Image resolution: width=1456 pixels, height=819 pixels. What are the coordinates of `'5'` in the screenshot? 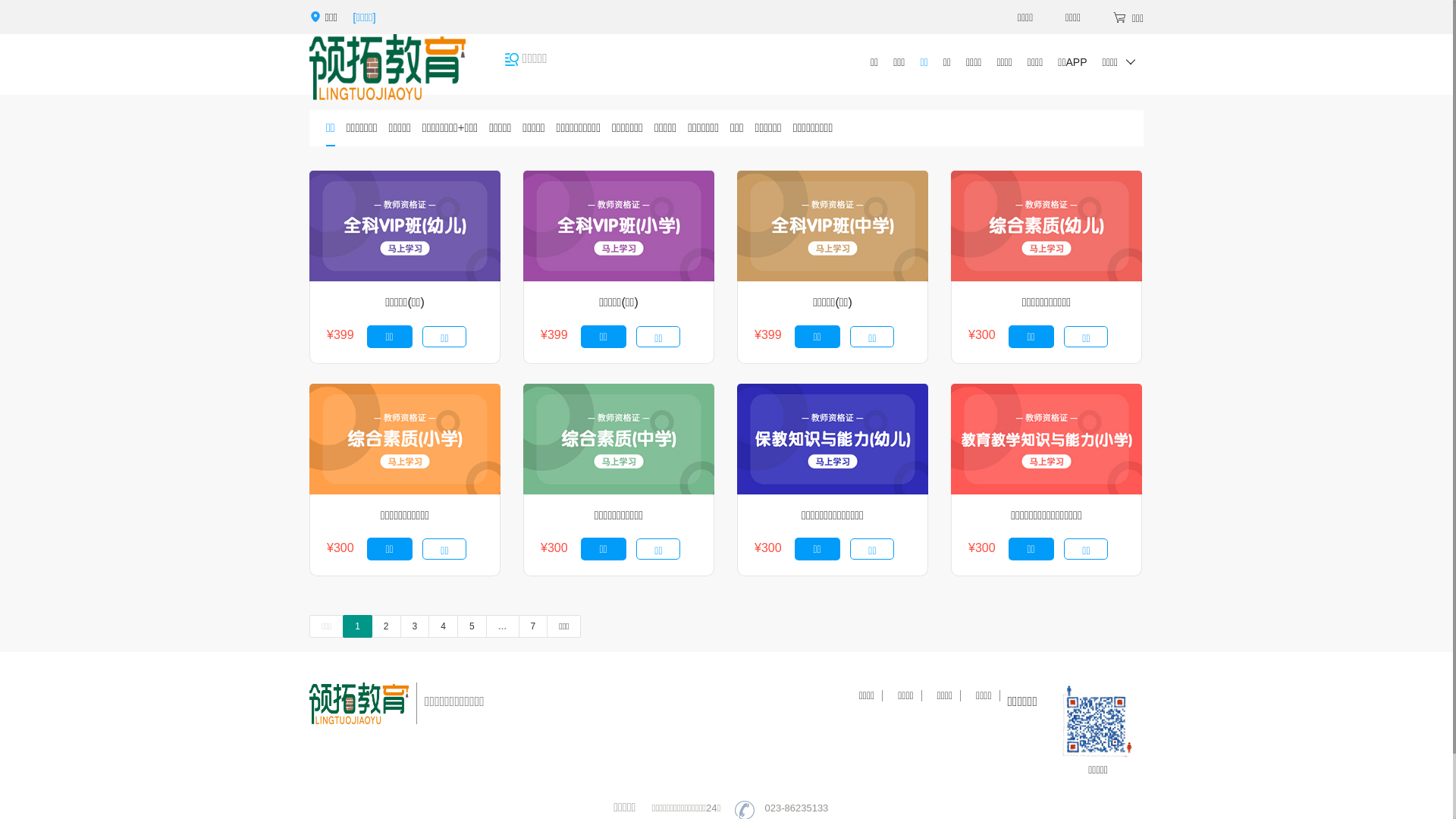 It's located at (471, 626).